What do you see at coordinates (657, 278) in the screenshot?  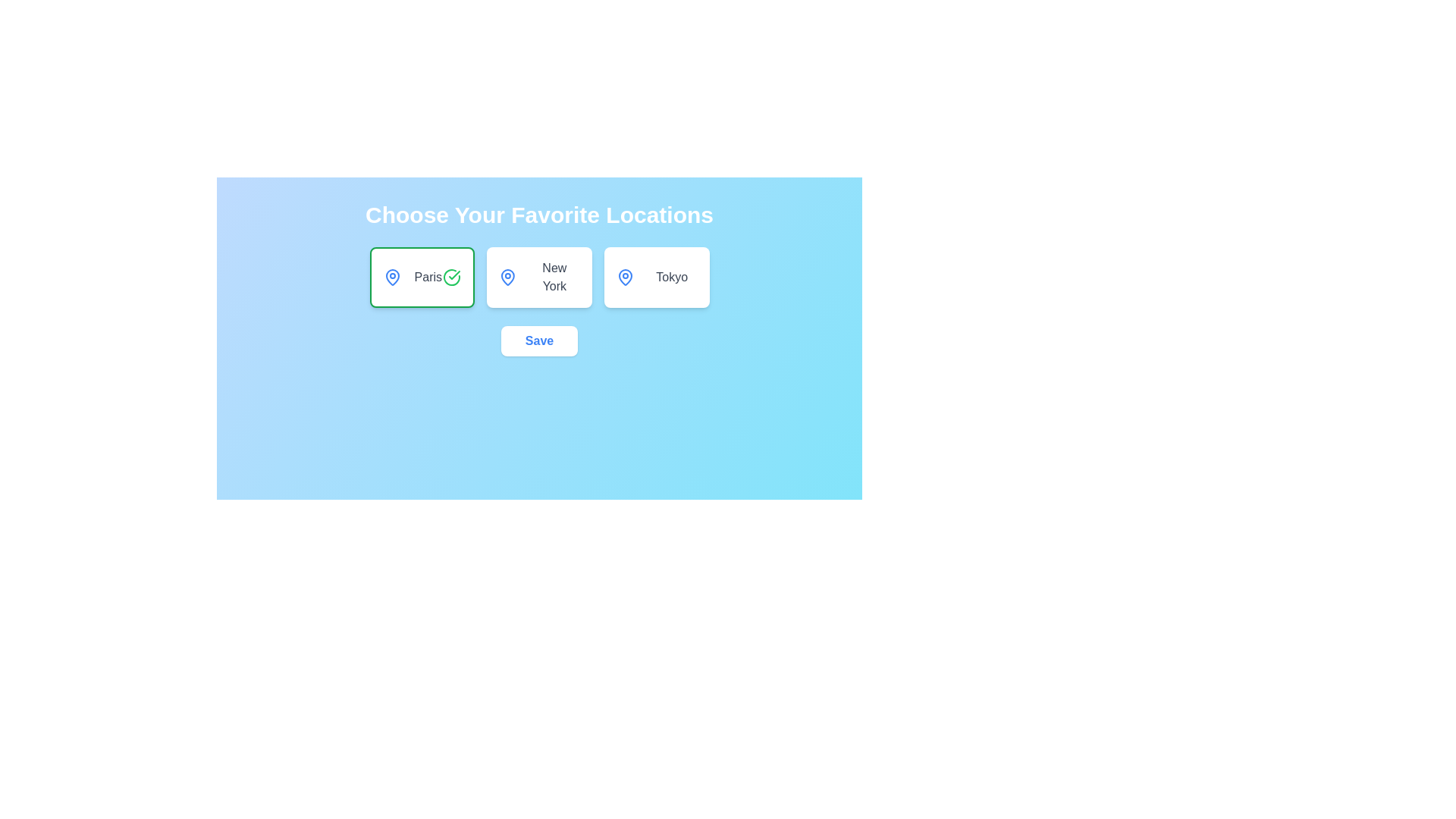 I see `the location card for Tokyo` at bounding box center [657, 278].